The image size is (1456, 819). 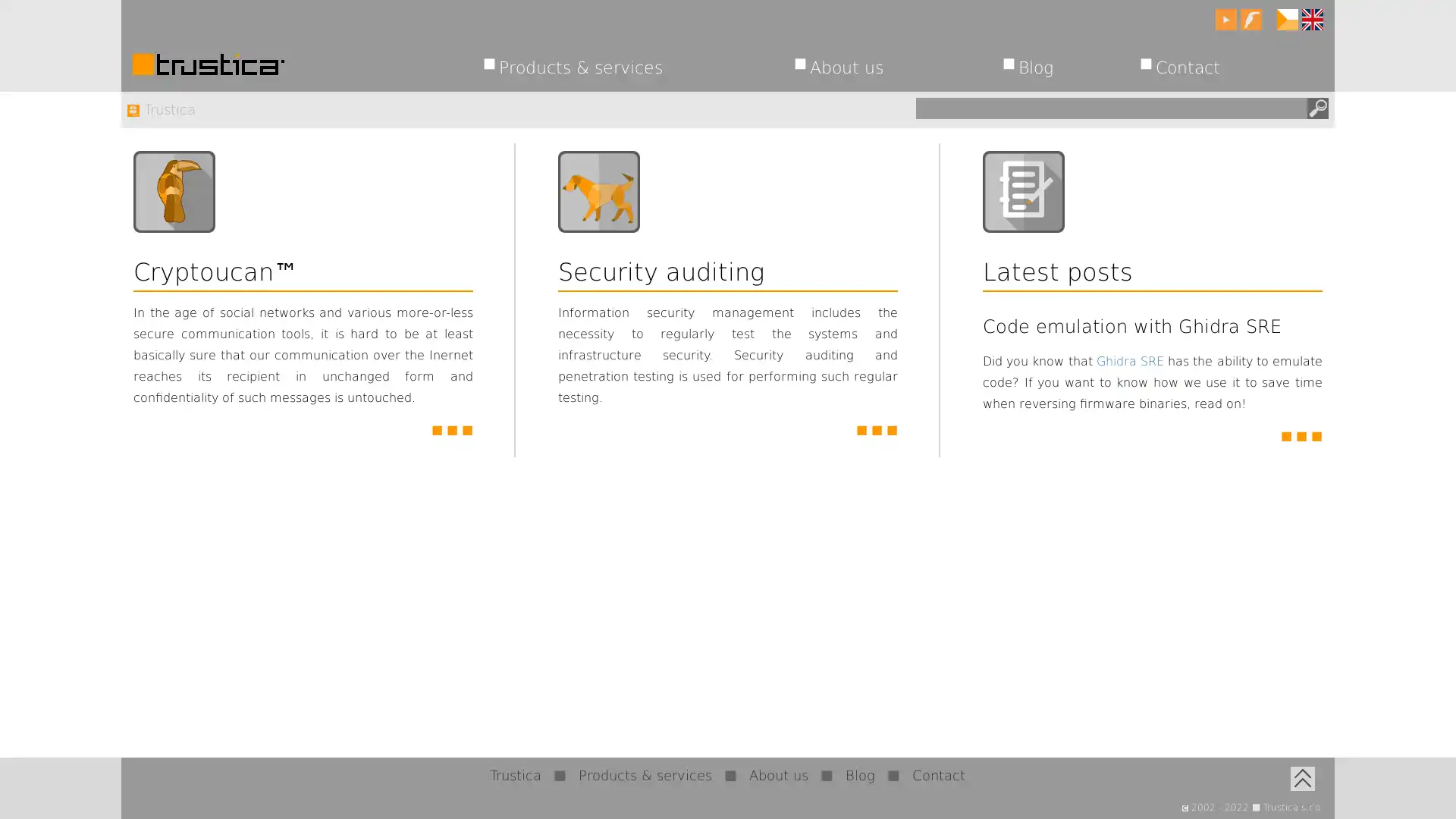 What do you see at coordinates (1316, 107) in the screenshot?
I see `Search` at bounding box center [1316, 107].